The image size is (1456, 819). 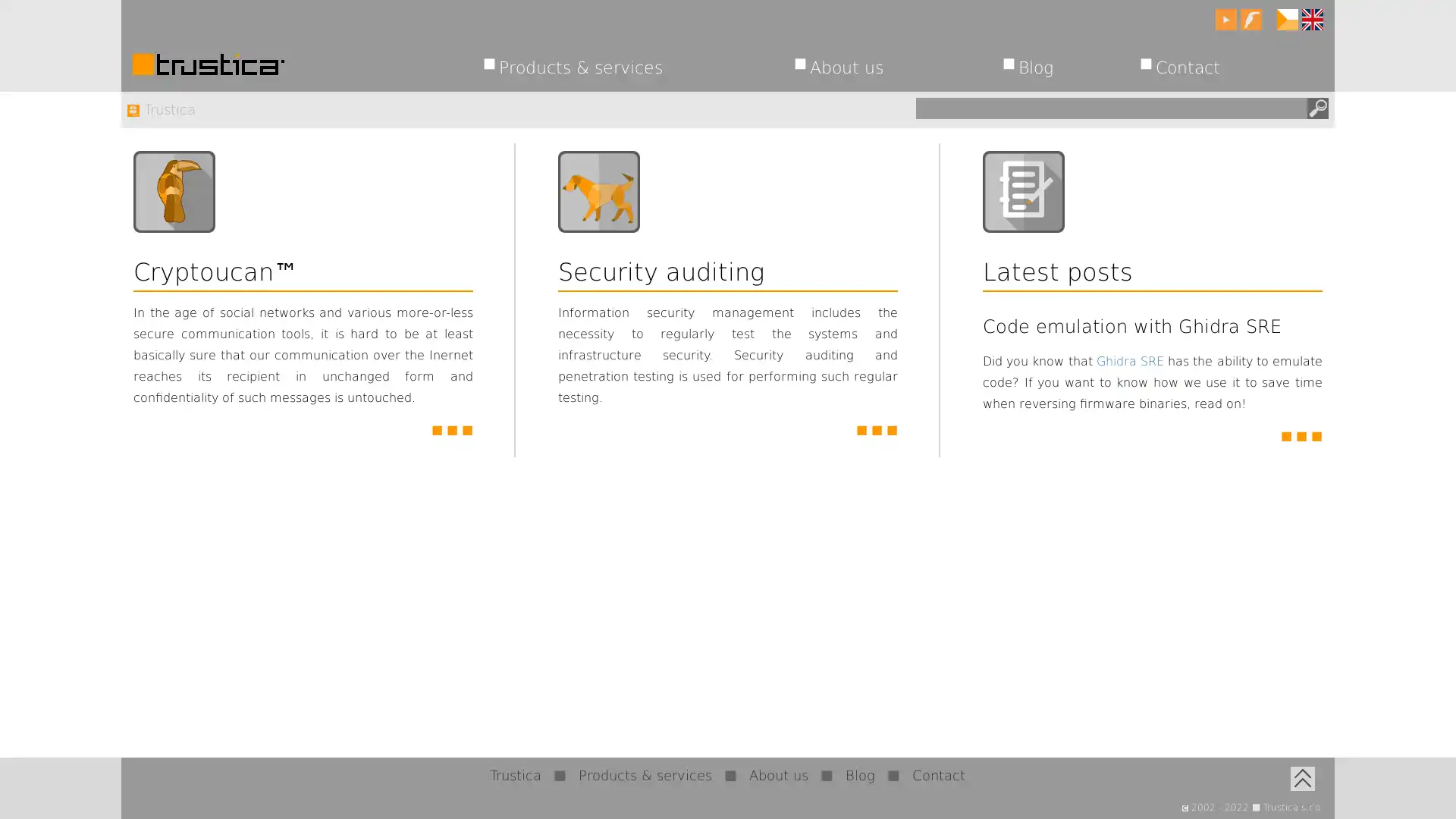 What do you see at coordinates (1316, 107) in the screenshot?
I see `Search` at bounding box center [1316, 107].